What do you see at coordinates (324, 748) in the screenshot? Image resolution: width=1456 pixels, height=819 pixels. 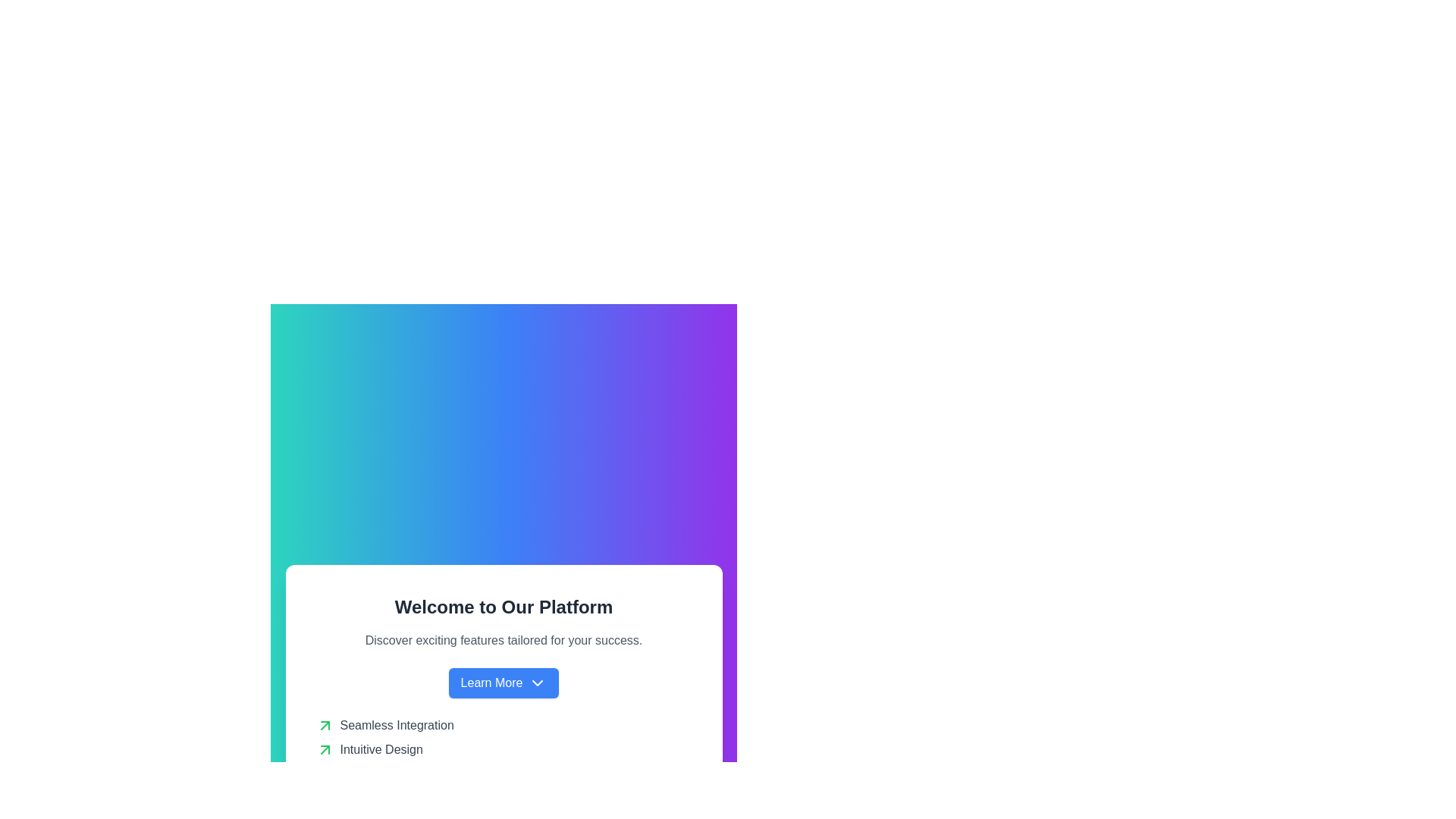 I see `the icon preceding the 'Intuitive Design' label to initiate an action` at bounding box center [324, 748].